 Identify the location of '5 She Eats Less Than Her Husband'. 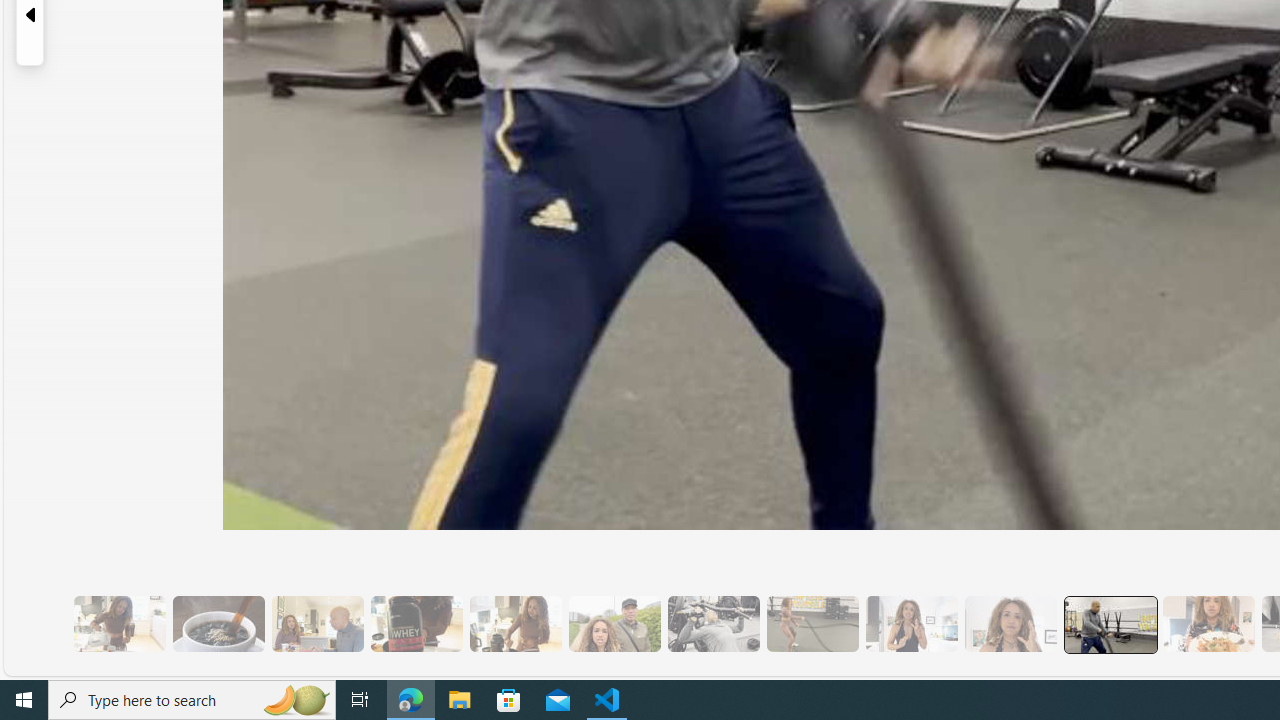
(316, 623).